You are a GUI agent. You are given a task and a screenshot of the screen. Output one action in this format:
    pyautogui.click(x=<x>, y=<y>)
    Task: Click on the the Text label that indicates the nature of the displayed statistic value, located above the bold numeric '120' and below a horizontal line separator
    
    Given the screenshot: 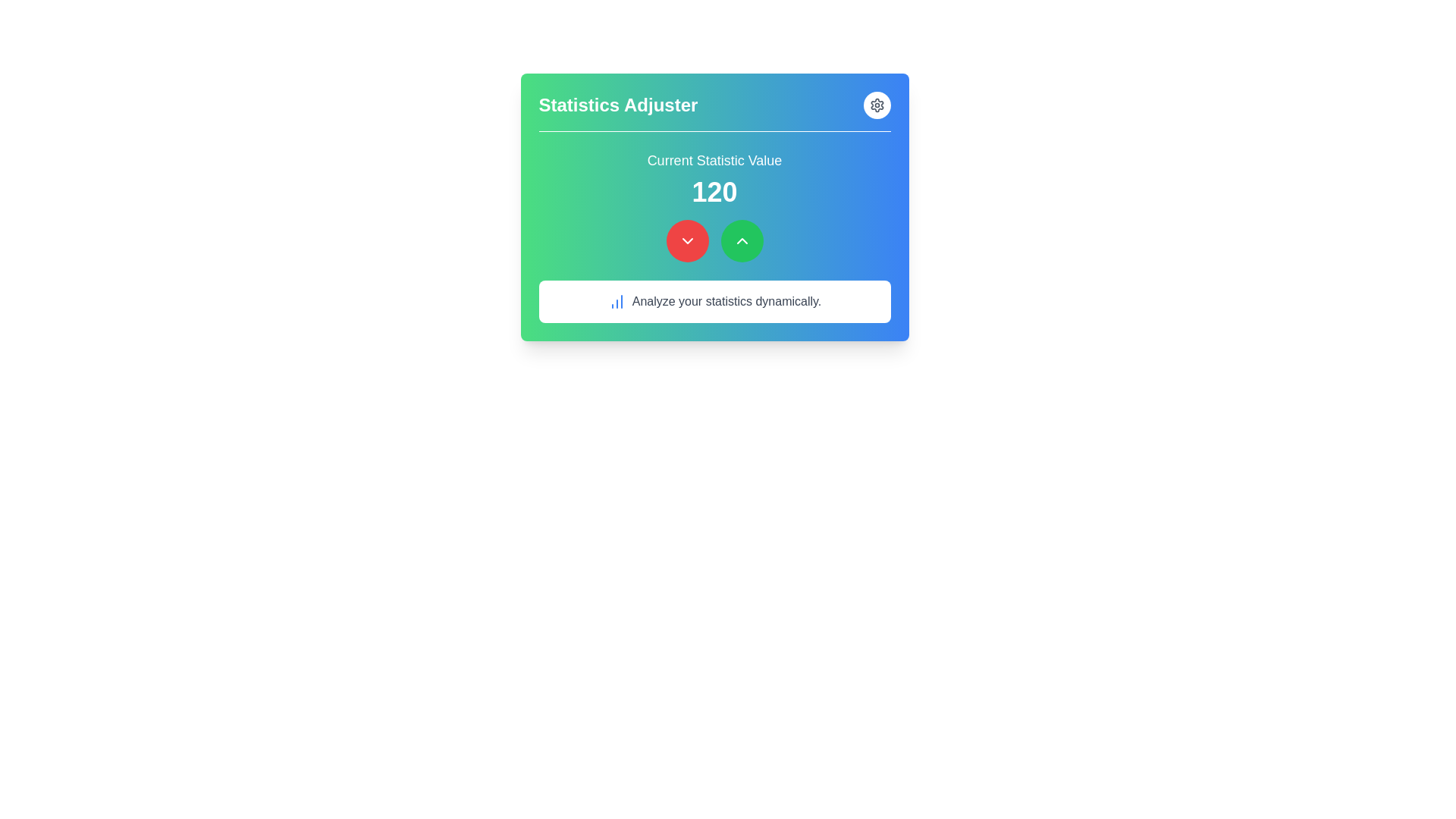 What is the action you would take?
    pyautogui.click(x=714, y=161)
    